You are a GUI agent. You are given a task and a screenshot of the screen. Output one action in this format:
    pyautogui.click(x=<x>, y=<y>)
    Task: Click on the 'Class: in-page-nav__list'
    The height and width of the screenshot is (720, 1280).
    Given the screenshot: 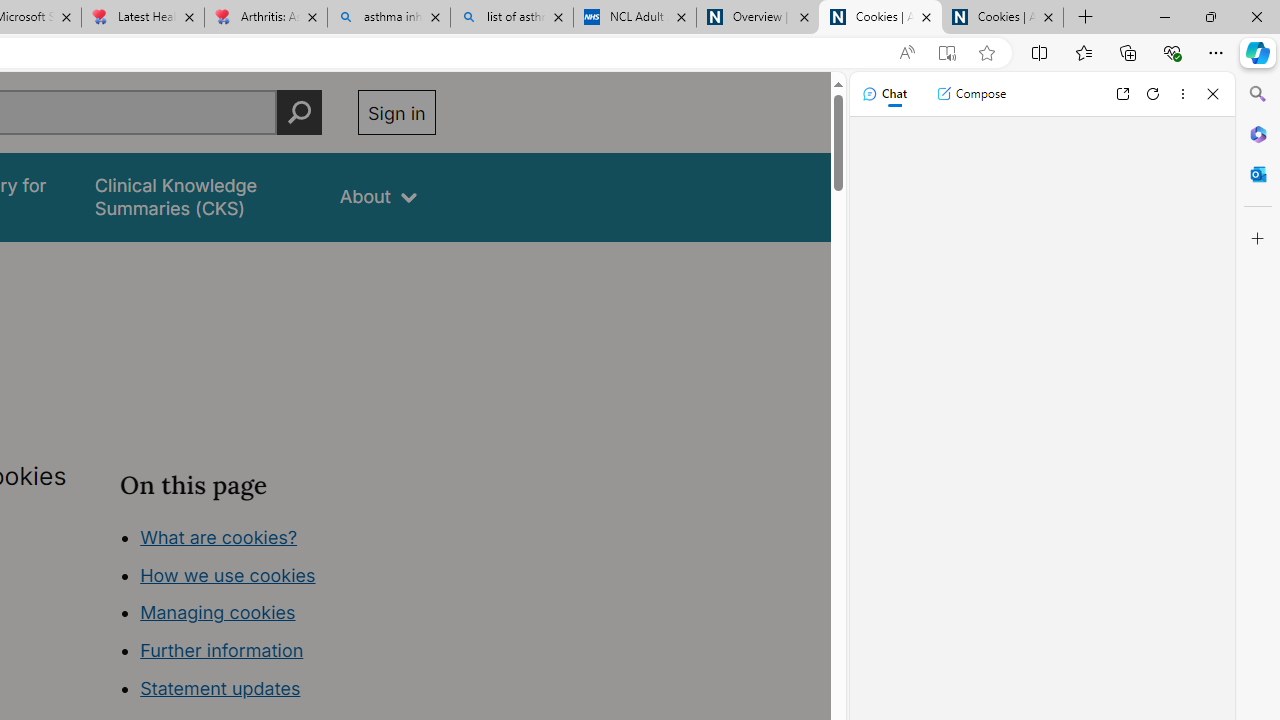 What is the action you would take?
    pyautogui.click(x=276, y=614)
    